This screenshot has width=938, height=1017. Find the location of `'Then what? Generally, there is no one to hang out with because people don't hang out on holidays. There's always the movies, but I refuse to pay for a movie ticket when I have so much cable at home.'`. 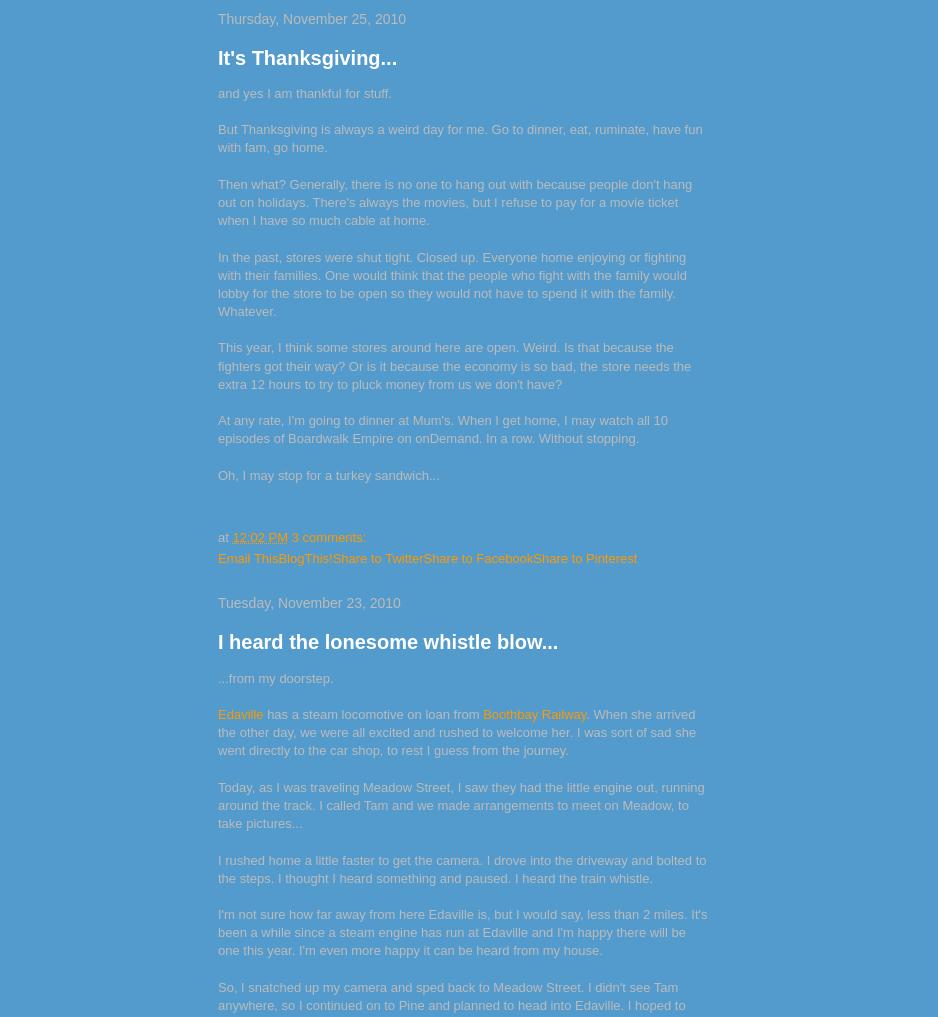

'Then what? Generally, there is no one to hang out with because people don't hang out on holidays. There's always the movies, but I refuse to pay for a movie ticket when I have so much cable at home.' is located at coordinates (454, 201).